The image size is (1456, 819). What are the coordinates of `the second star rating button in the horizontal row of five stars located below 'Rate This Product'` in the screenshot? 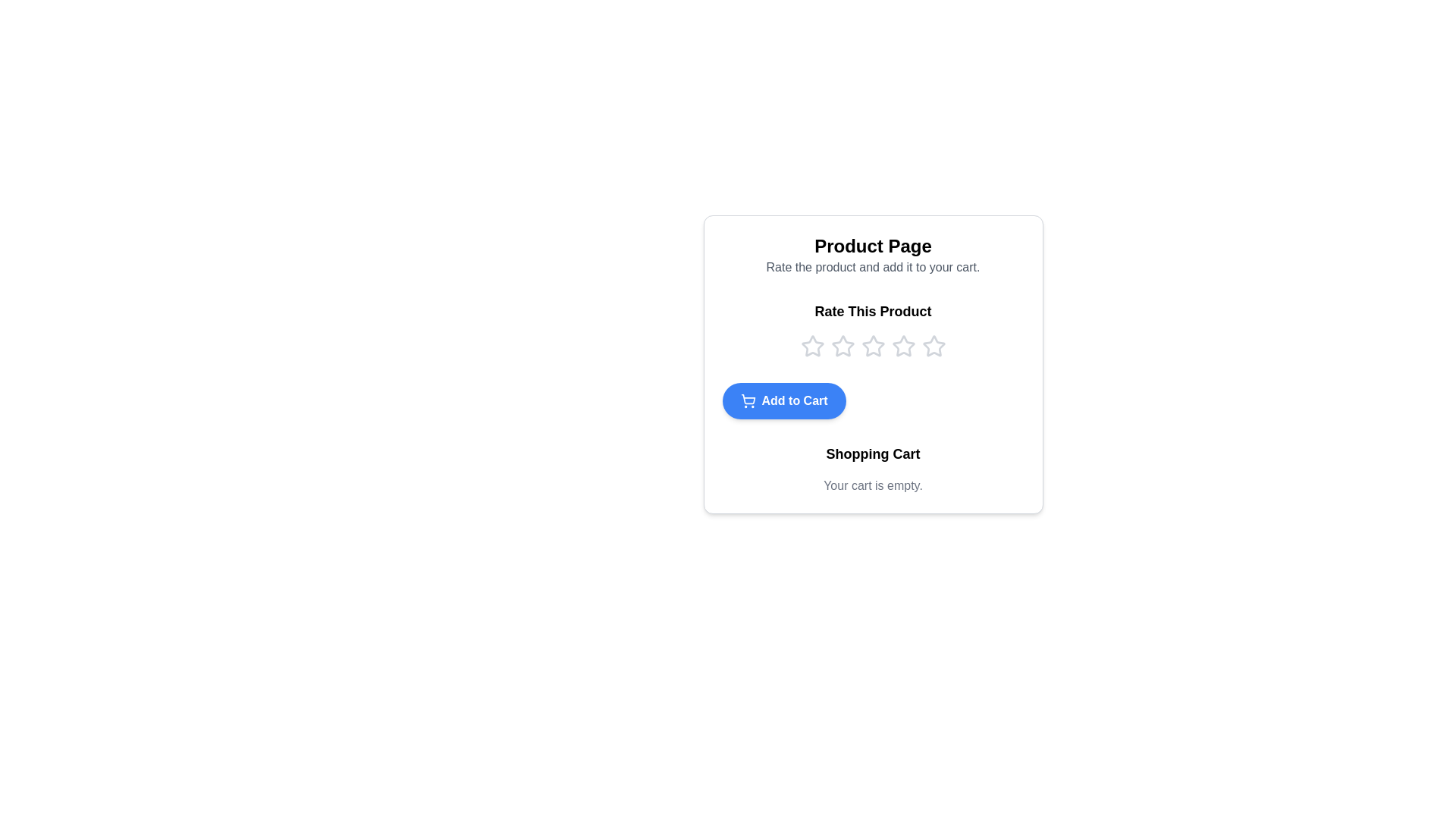 It's located at (873, 346).